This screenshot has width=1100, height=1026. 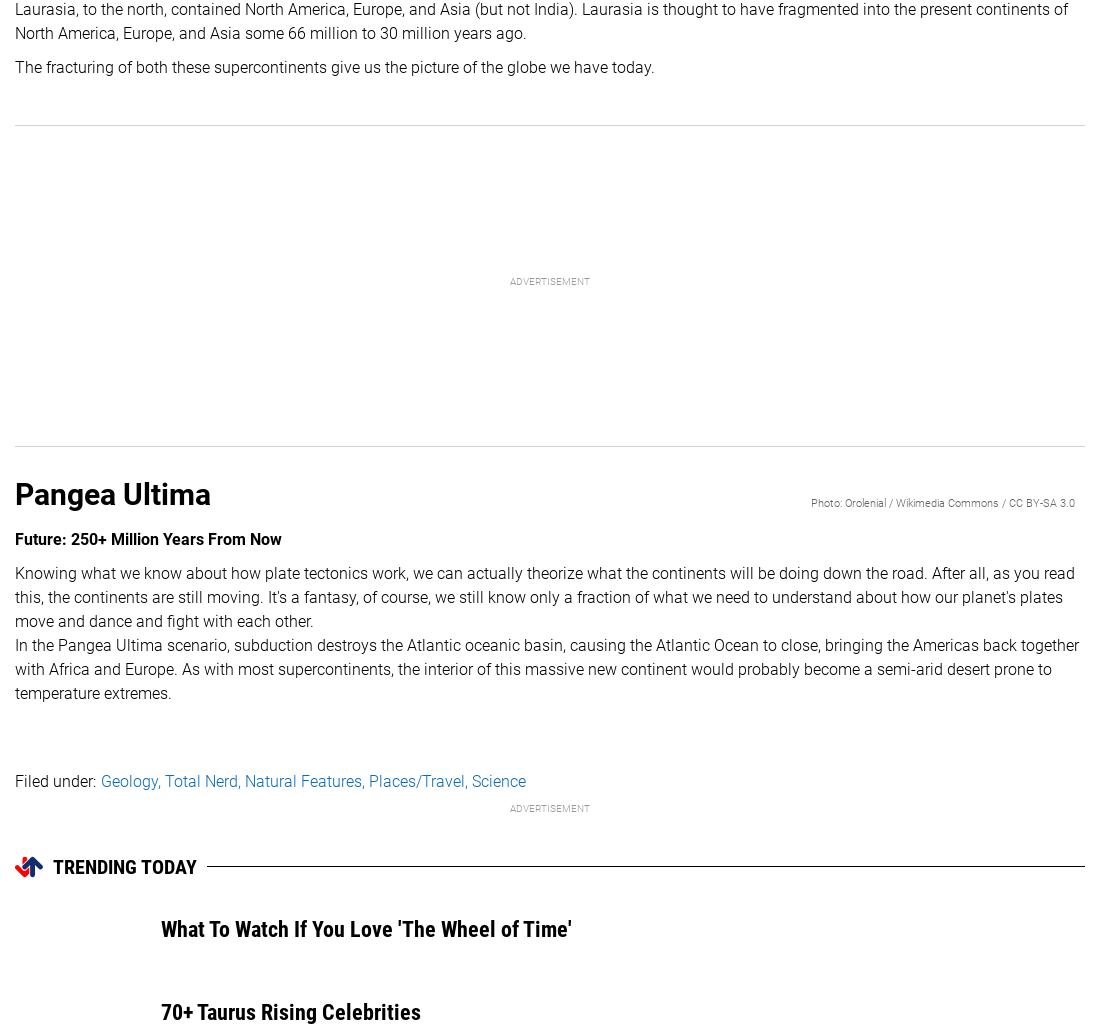 What do you see at coordinates (124, 866) in the screenshot?
I see `'TRENDING TODAY'` at bounding box center [124, 866].